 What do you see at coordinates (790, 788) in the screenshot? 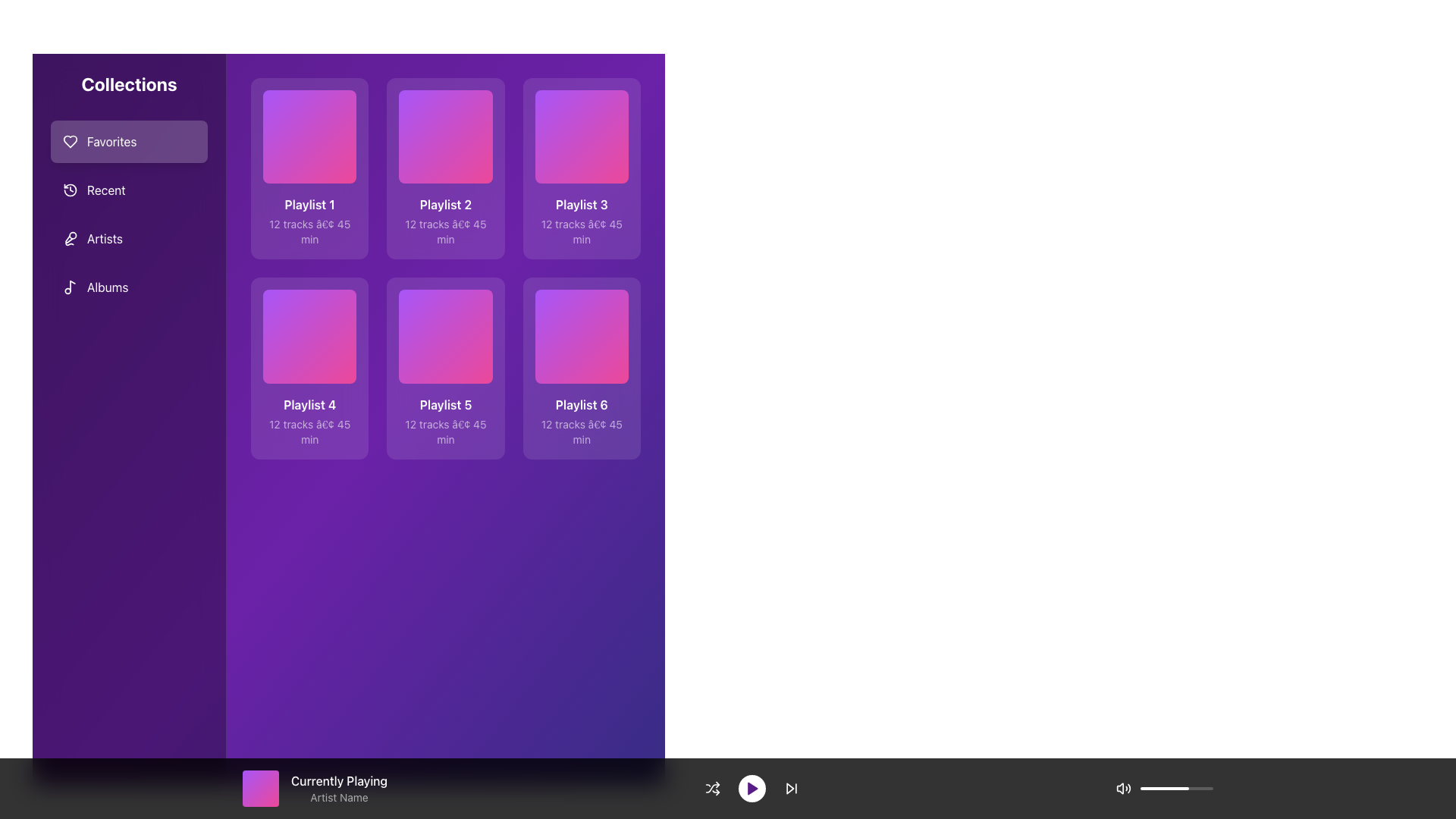
I see `the rightmost 'skip forward' button in the playback toolbar to jump to the next track or segment` at bounding box center [790, 788].